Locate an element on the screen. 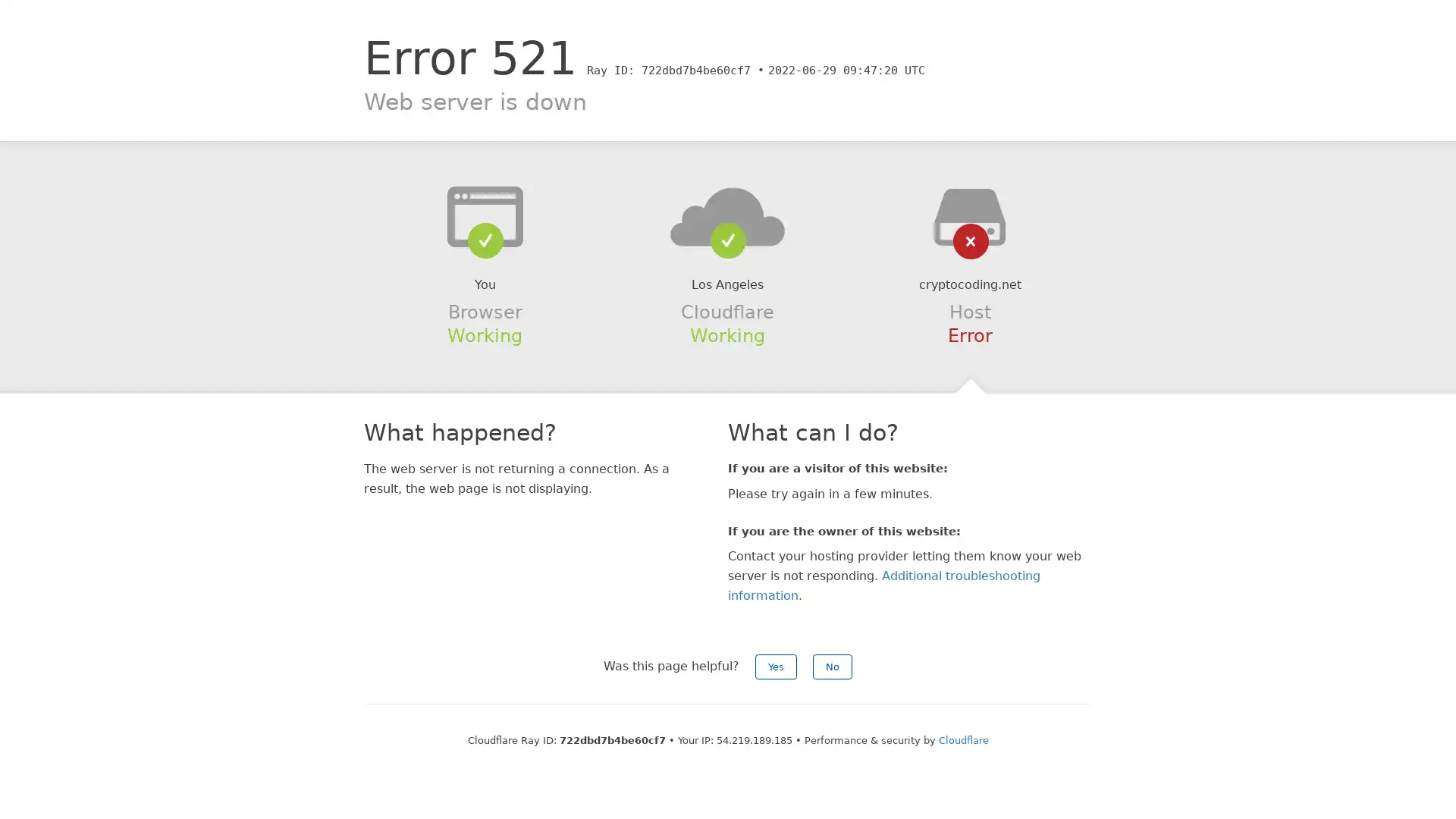 This screenshot has width=1456, height=819. No is located at coordinates (832, 666).